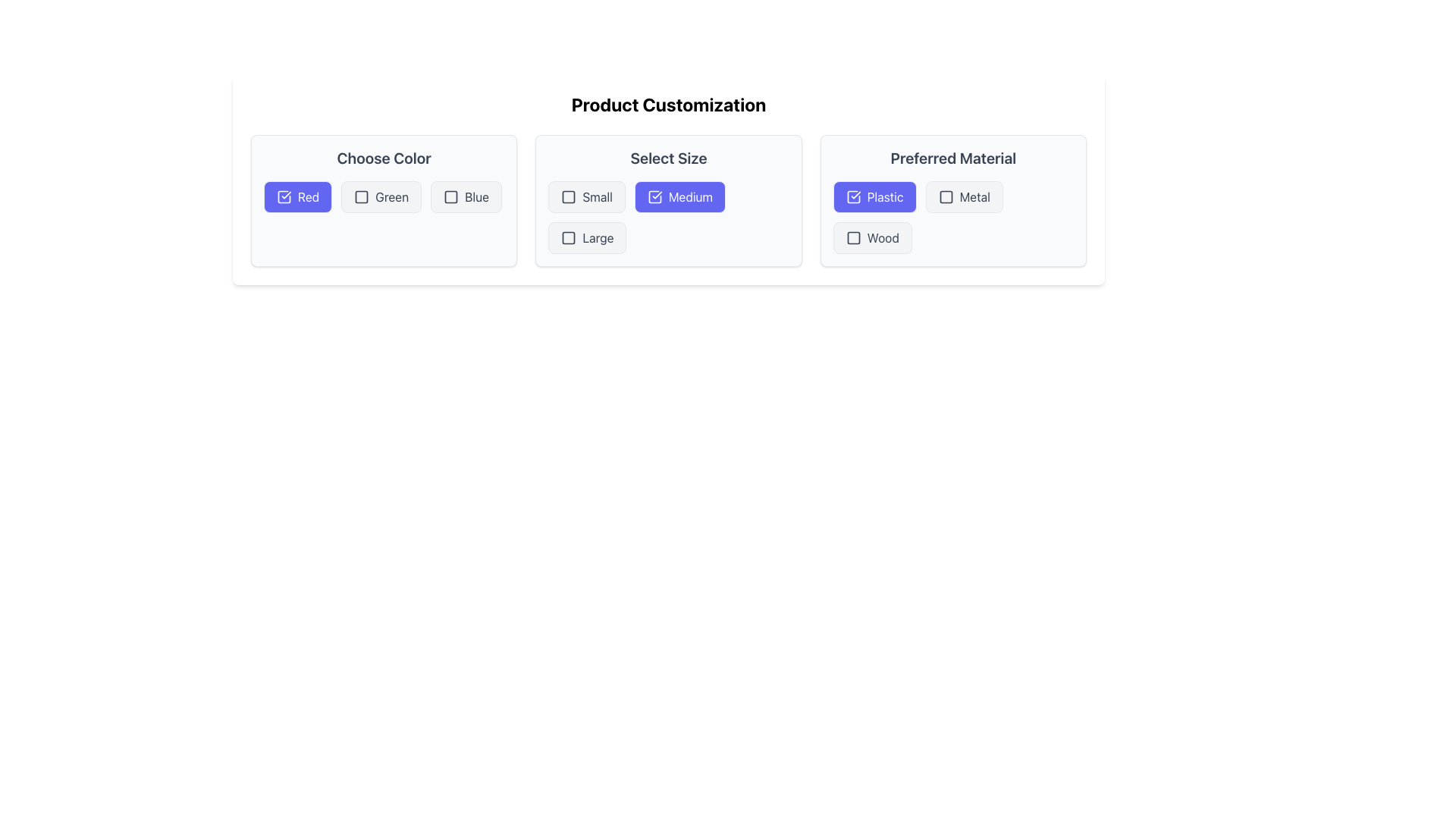 Image resolution: width=1456 pixels, height=819 pixels. Describe the element at coordinates (874, 196) in the screenshot. I see `the selectable button for the material type 'Plastic' in the 'Preferred Material' options` at that location.